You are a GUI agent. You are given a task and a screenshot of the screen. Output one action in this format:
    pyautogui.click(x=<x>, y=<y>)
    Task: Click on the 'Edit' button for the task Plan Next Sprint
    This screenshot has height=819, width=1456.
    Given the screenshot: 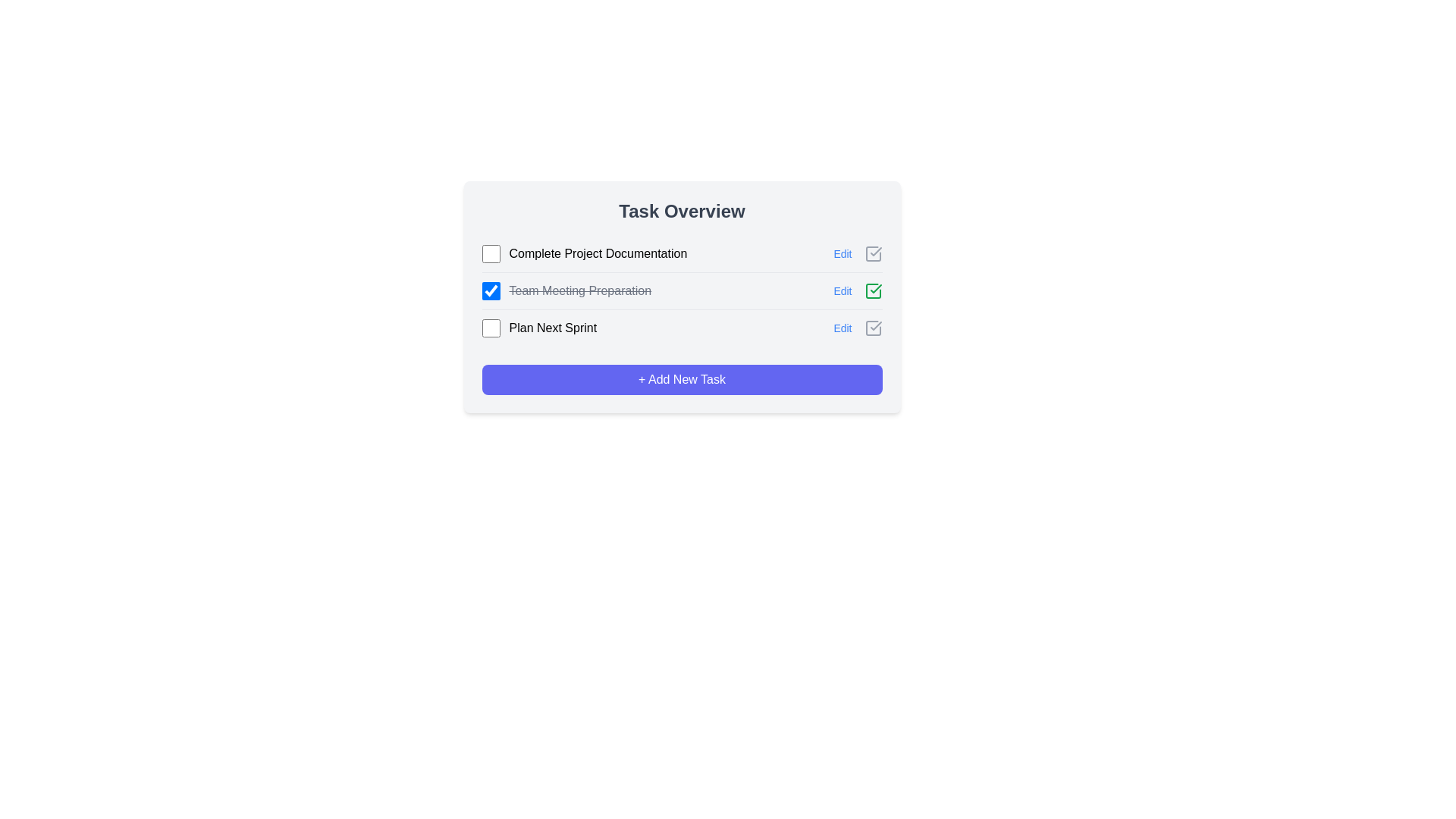 What is the action you would take?
    pyautogui.click(x=842, y=327)
    